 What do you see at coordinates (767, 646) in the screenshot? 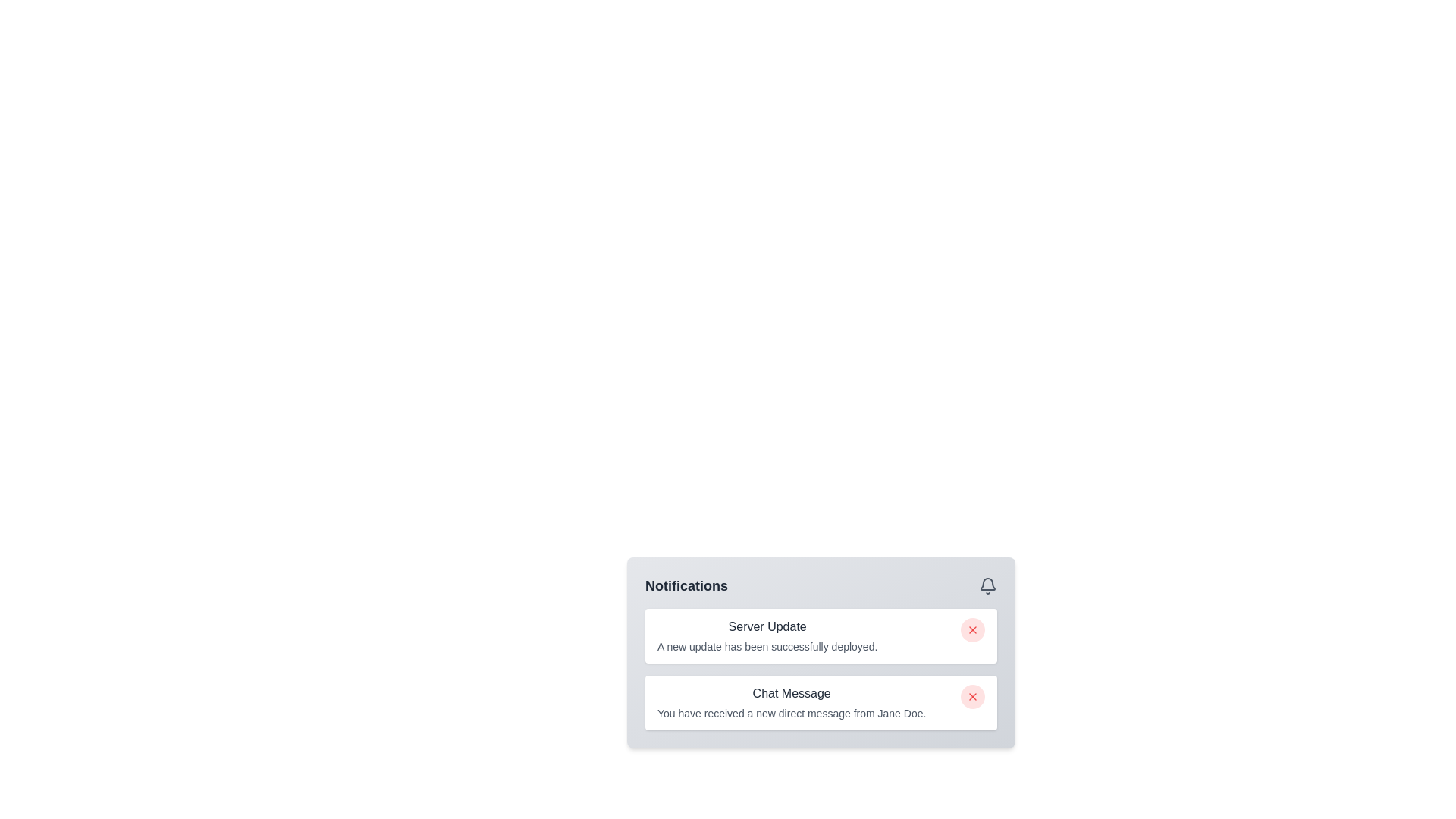
I see `the text element displaying the message 'A new update has been successfully deployed.', which is located directly below 'Server Update' in the popup notification area` at bounding box center [767, 646].